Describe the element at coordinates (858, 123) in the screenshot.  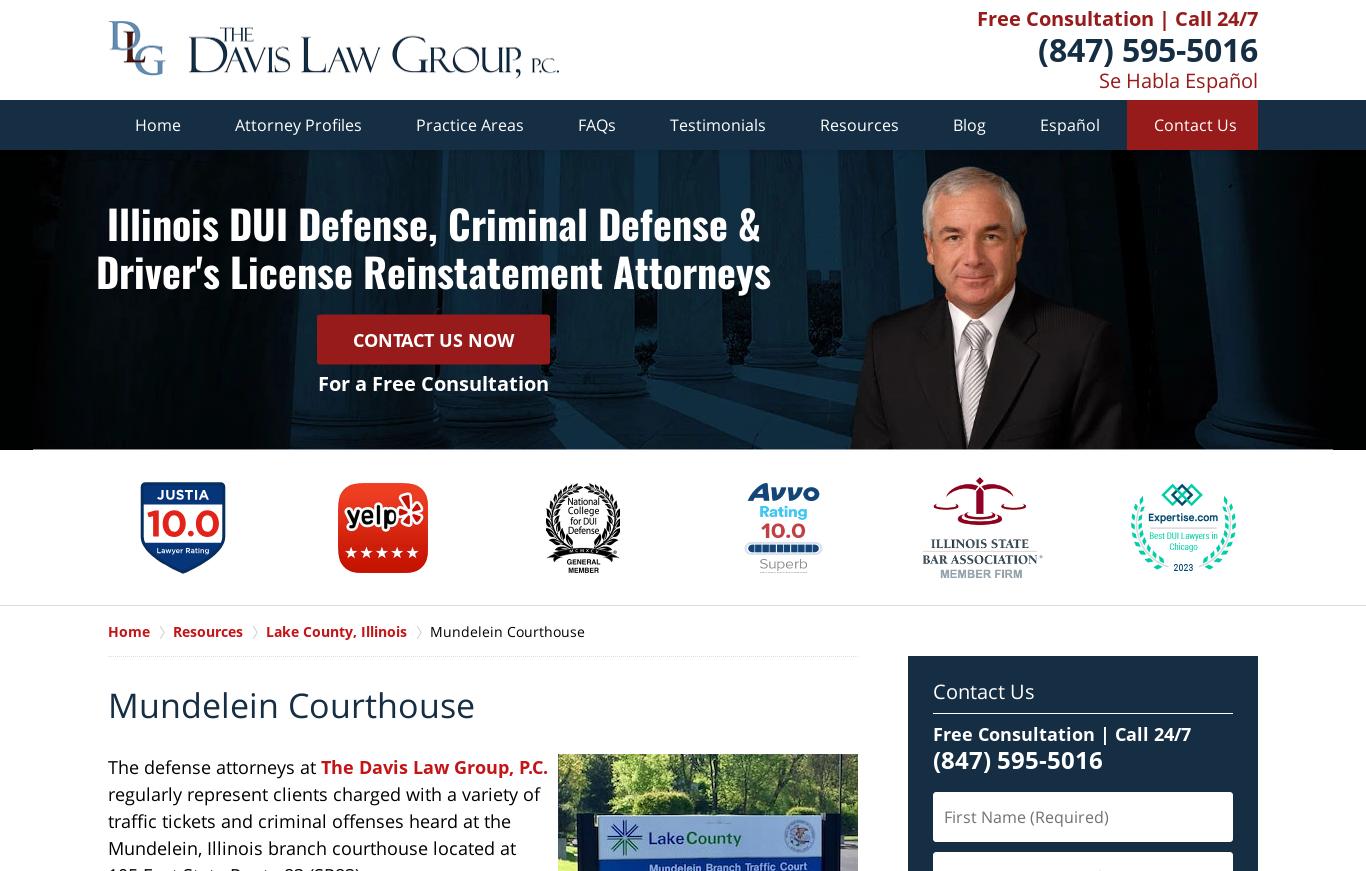
I see `'Resources'` at that location.